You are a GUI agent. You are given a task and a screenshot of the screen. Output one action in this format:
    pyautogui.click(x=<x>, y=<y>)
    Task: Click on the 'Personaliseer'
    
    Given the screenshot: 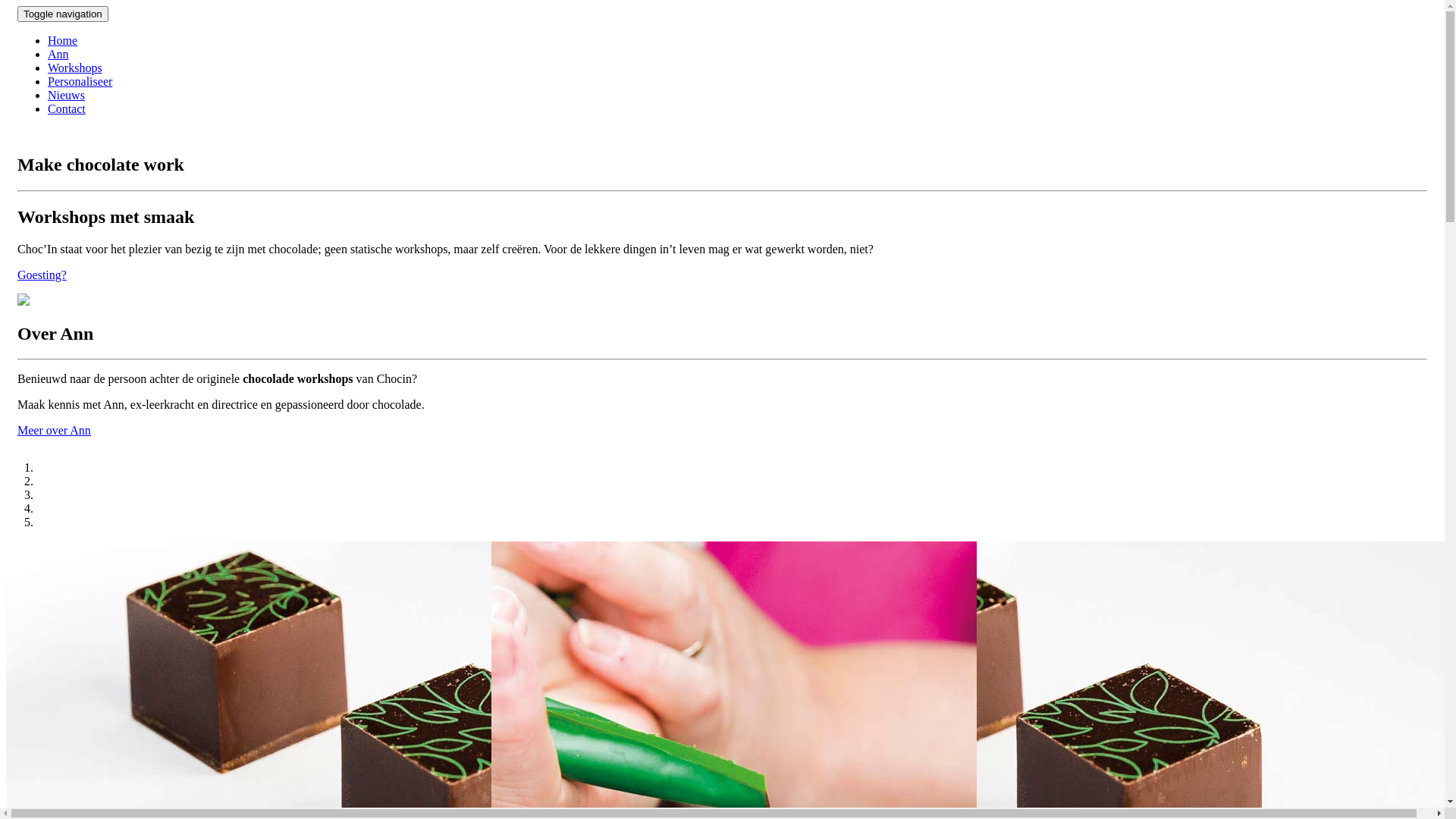 What is the action you would take?
    pyautogui.click(x=79, y=81)
    